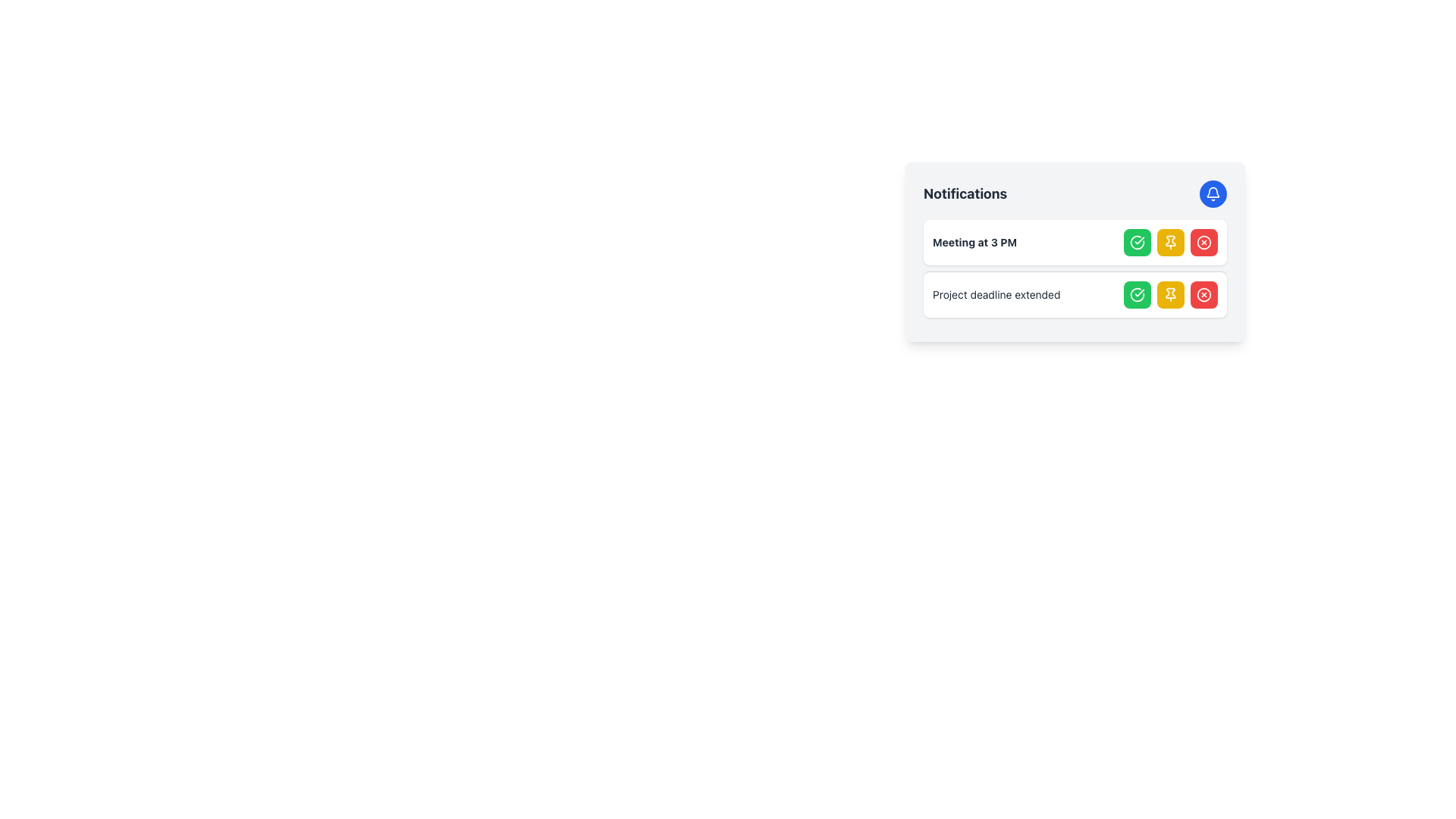  I want to click on the second button (green) in the action group of the 'Project deadline extended' notification to pin it, so click(1170, 295).